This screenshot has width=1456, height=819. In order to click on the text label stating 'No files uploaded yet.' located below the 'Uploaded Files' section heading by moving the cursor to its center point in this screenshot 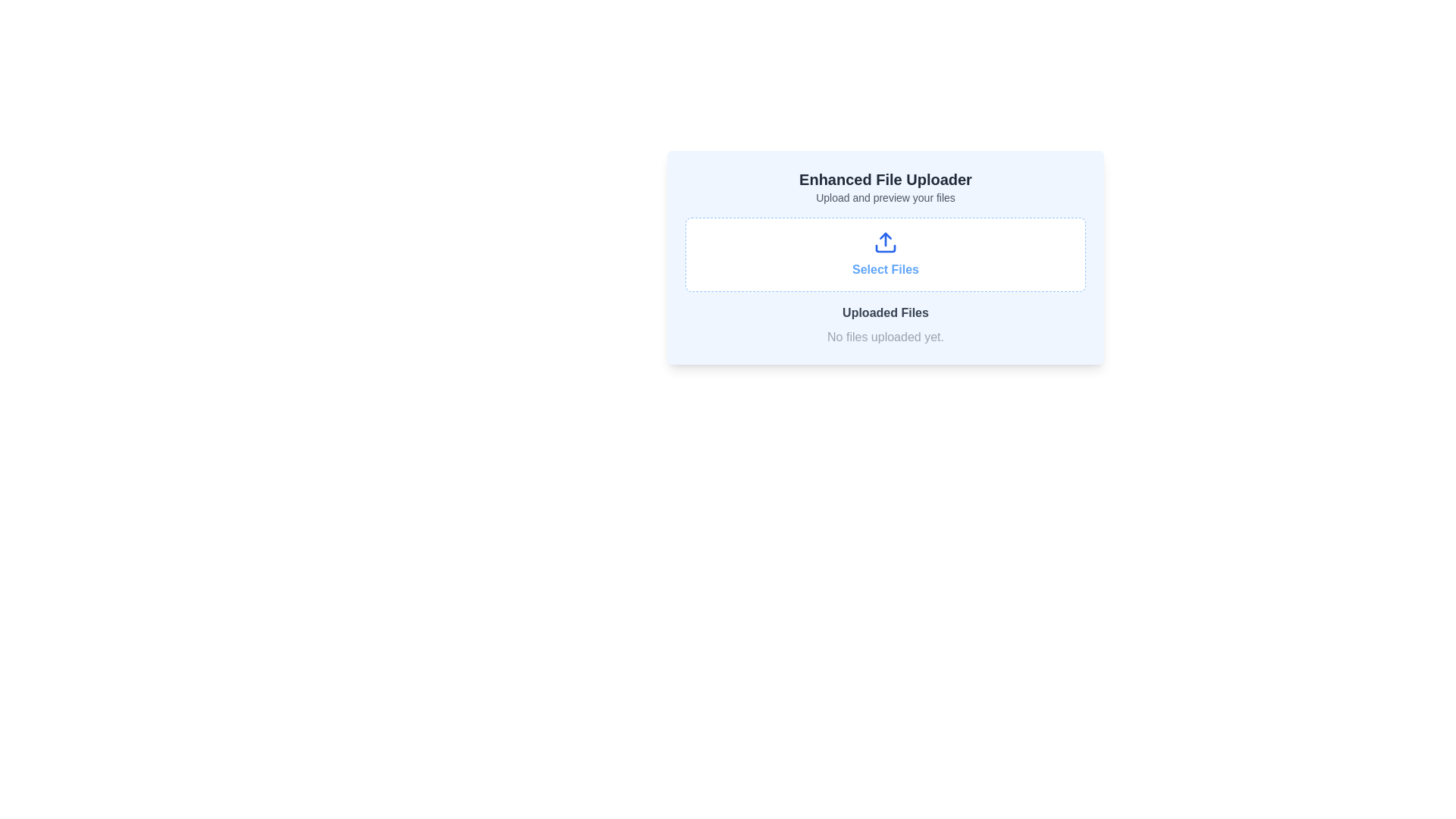, I will do `click(885, 336)`.